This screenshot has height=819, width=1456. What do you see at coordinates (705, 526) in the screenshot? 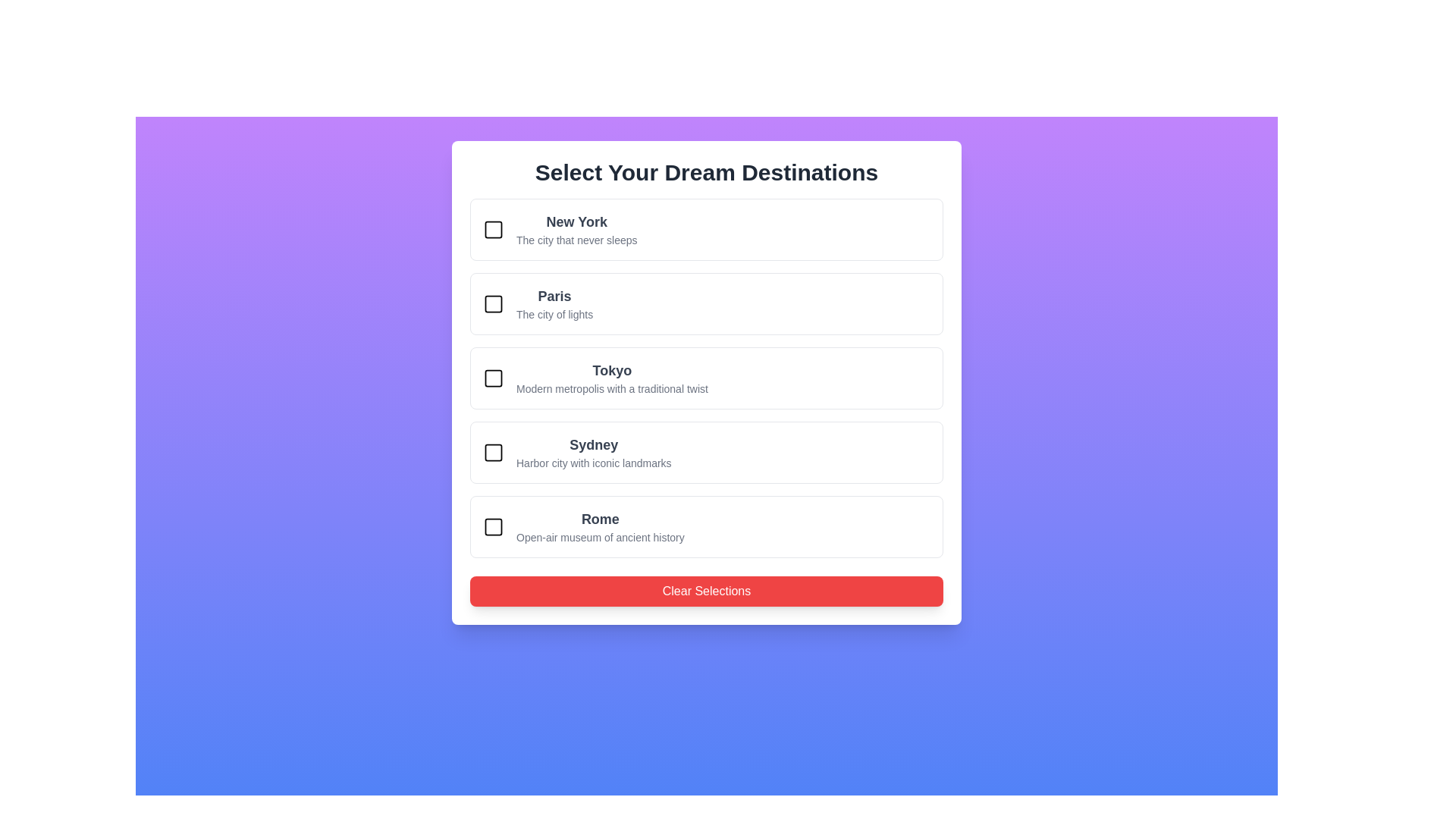
I see `the city card for Rome` at bounding box center [705, 526].